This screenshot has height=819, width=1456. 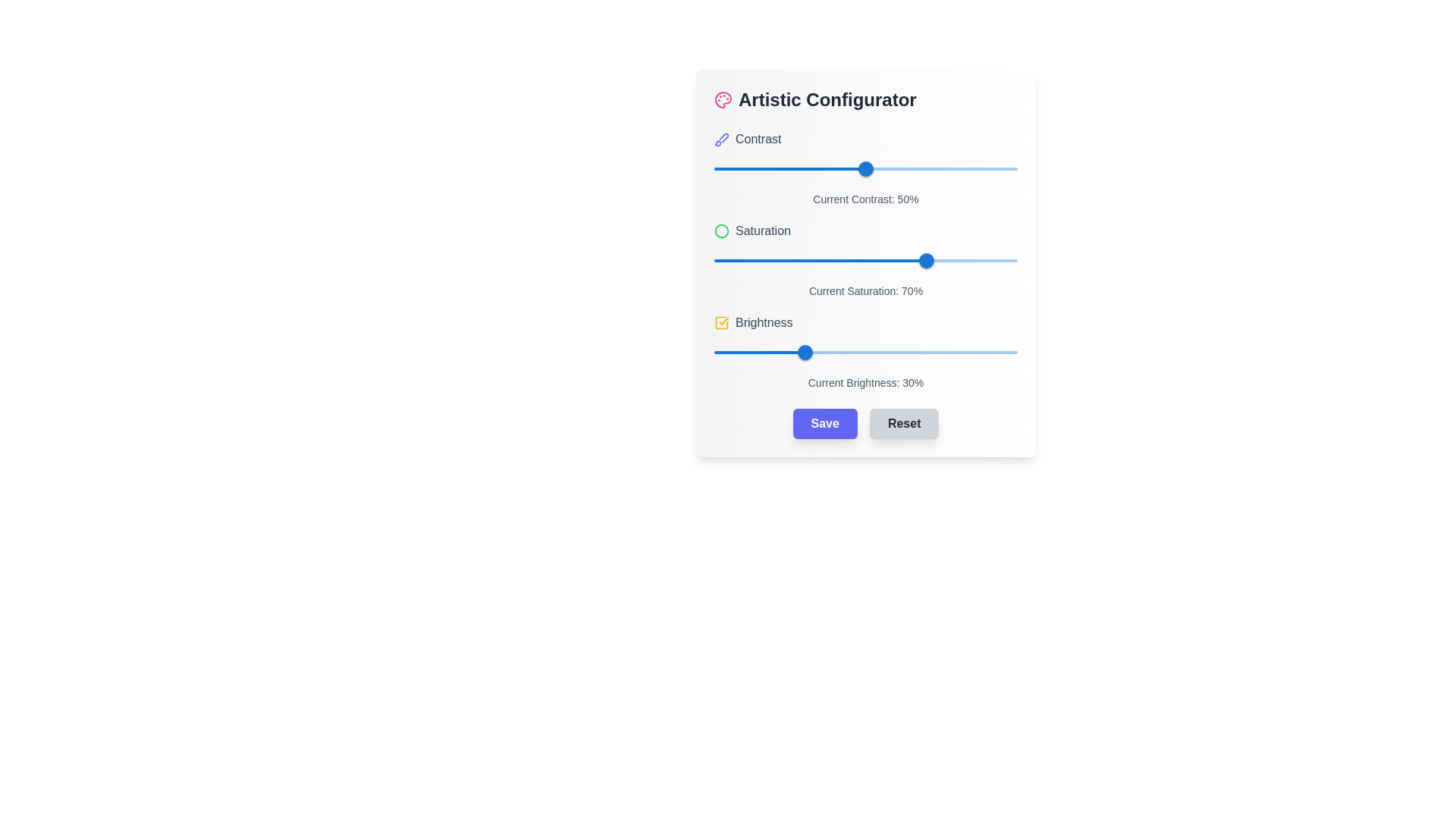 What do you see at coordinates (928, 259) in the screenshot?
I see `saturation` at bounding box center [928, 259].